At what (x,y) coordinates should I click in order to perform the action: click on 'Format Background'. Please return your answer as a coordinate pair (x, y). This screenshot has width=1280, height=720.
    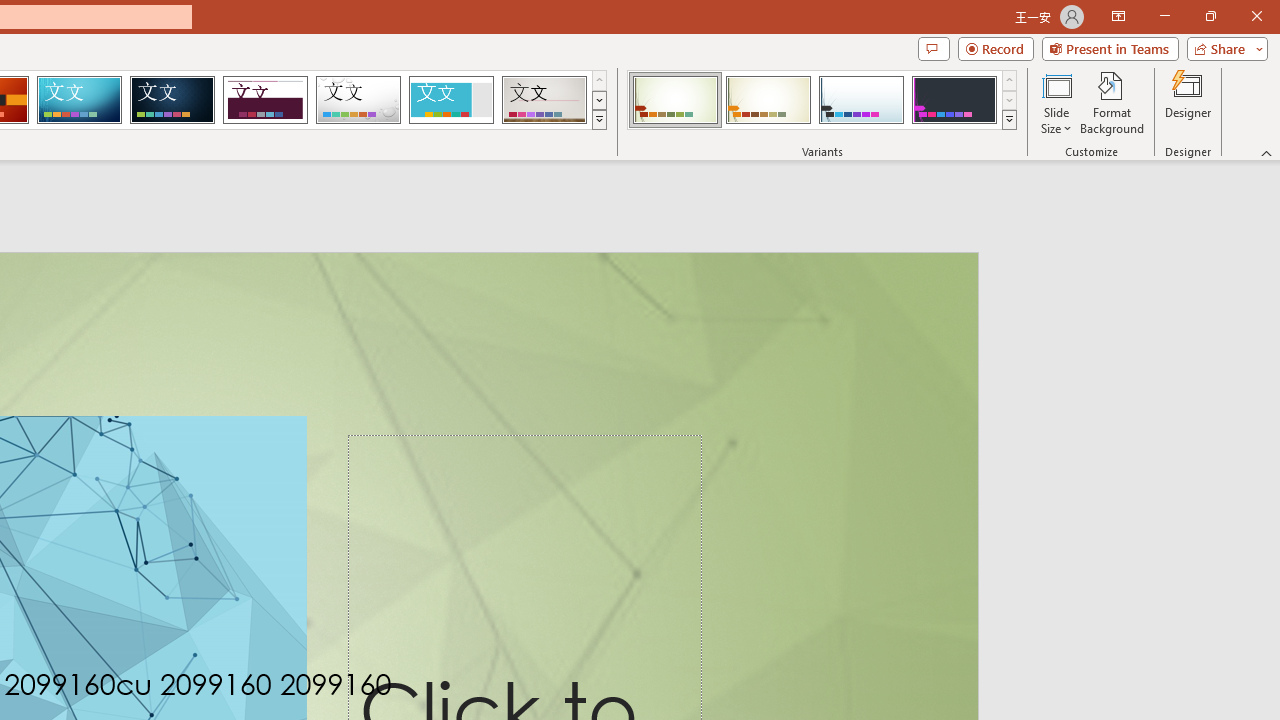
    Looking at the image, I should click on (1111, 103).